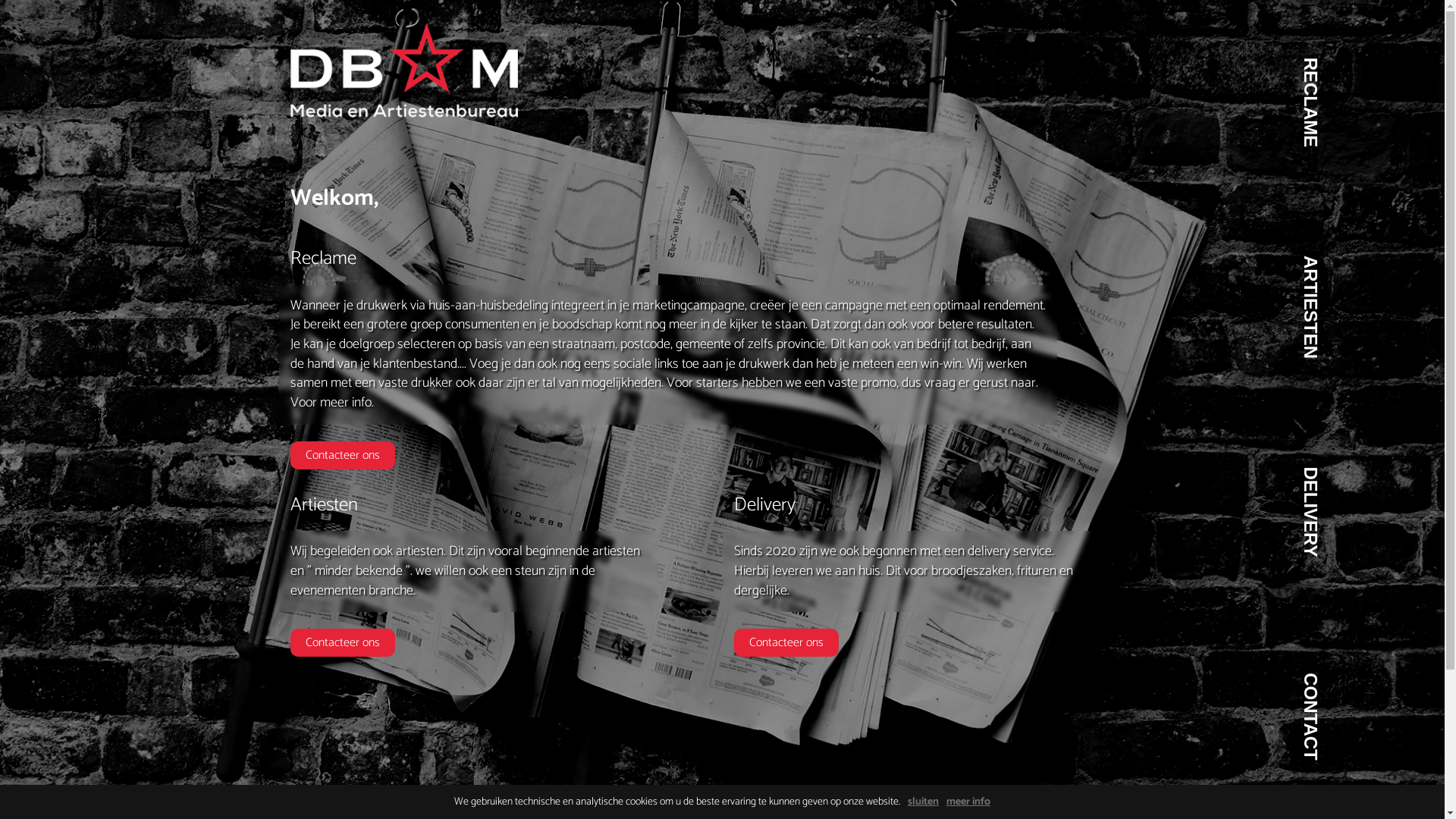 The width and height of the screenshot is (1456, 819). What do you see at coordinates (1341, 70) in the screenshot?
I see `'RECLAME'` at bounding box center [1341, 70].